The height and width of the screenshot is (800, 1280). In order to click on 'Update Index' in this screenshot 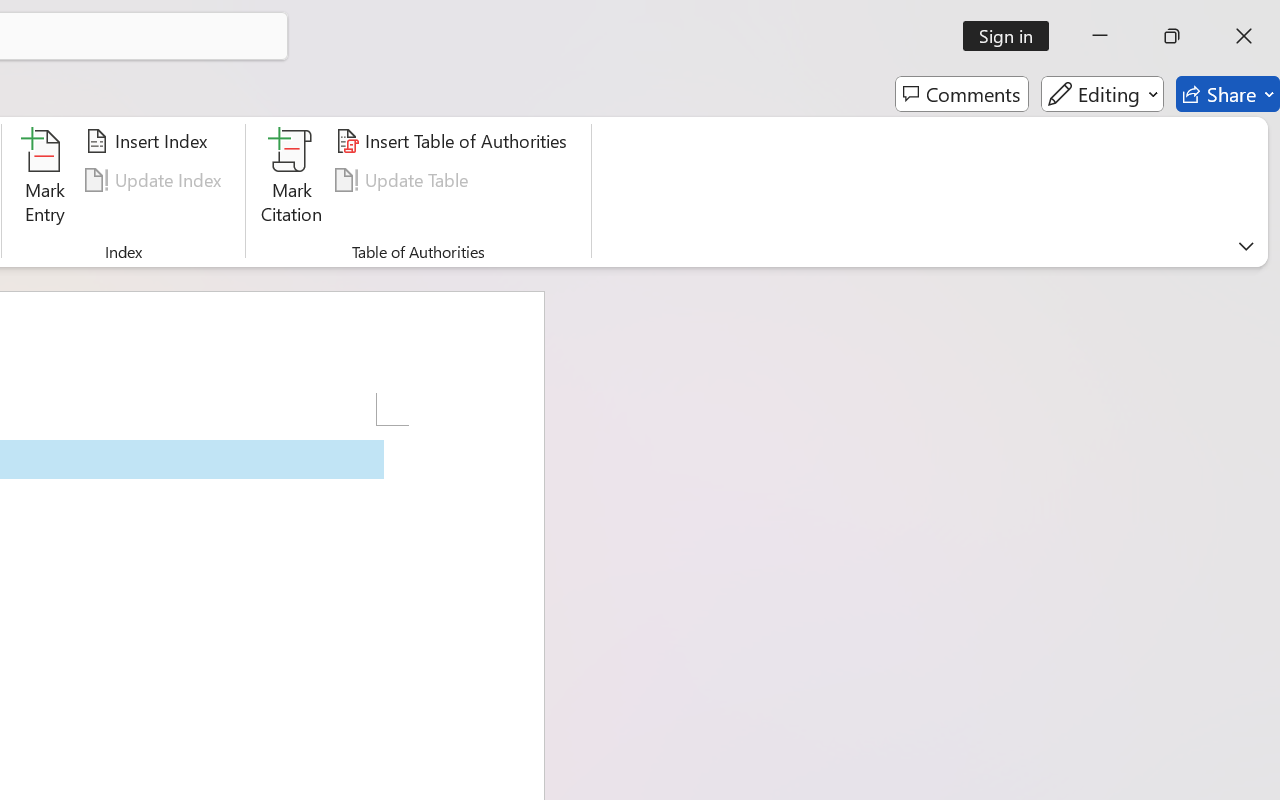, I will do `click(155, 179)`.